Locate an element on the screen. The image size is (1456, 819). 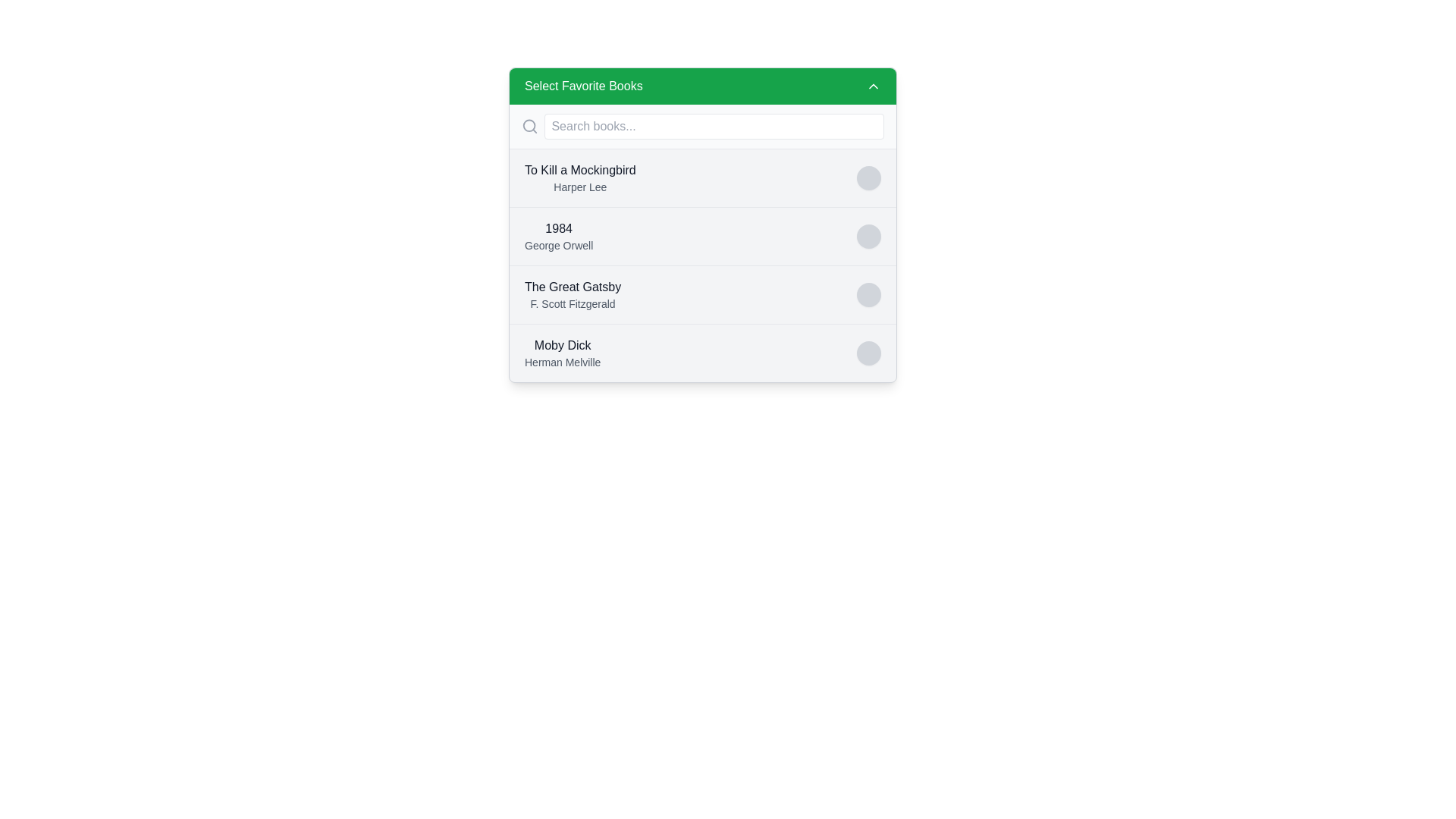
the bold text label displaying the title '1984' in dark gray, which is positioned in the book selection list, directly above 'George Orwell' is located at coordinates (558, 228).